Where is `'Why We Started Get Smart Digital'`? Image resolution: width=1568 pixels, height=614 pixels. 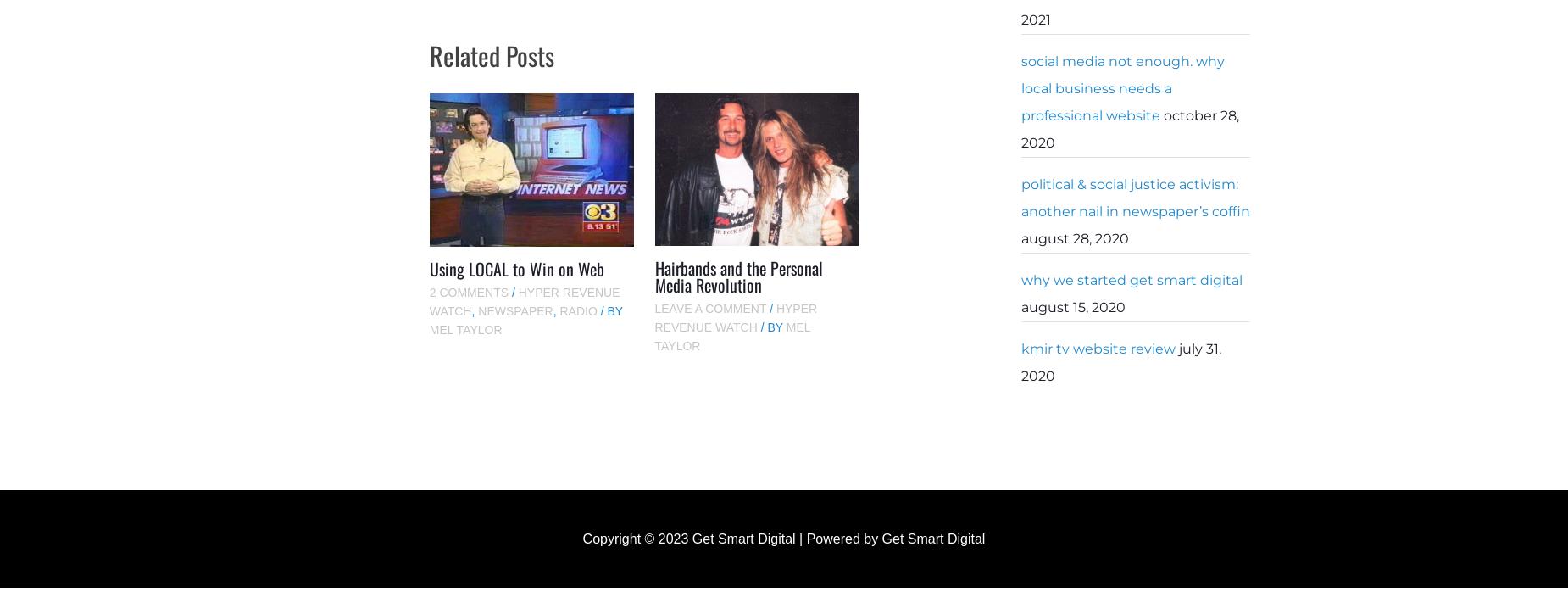
'Why We Started Get Smart Digital' is located at coordinates (1131, 279).